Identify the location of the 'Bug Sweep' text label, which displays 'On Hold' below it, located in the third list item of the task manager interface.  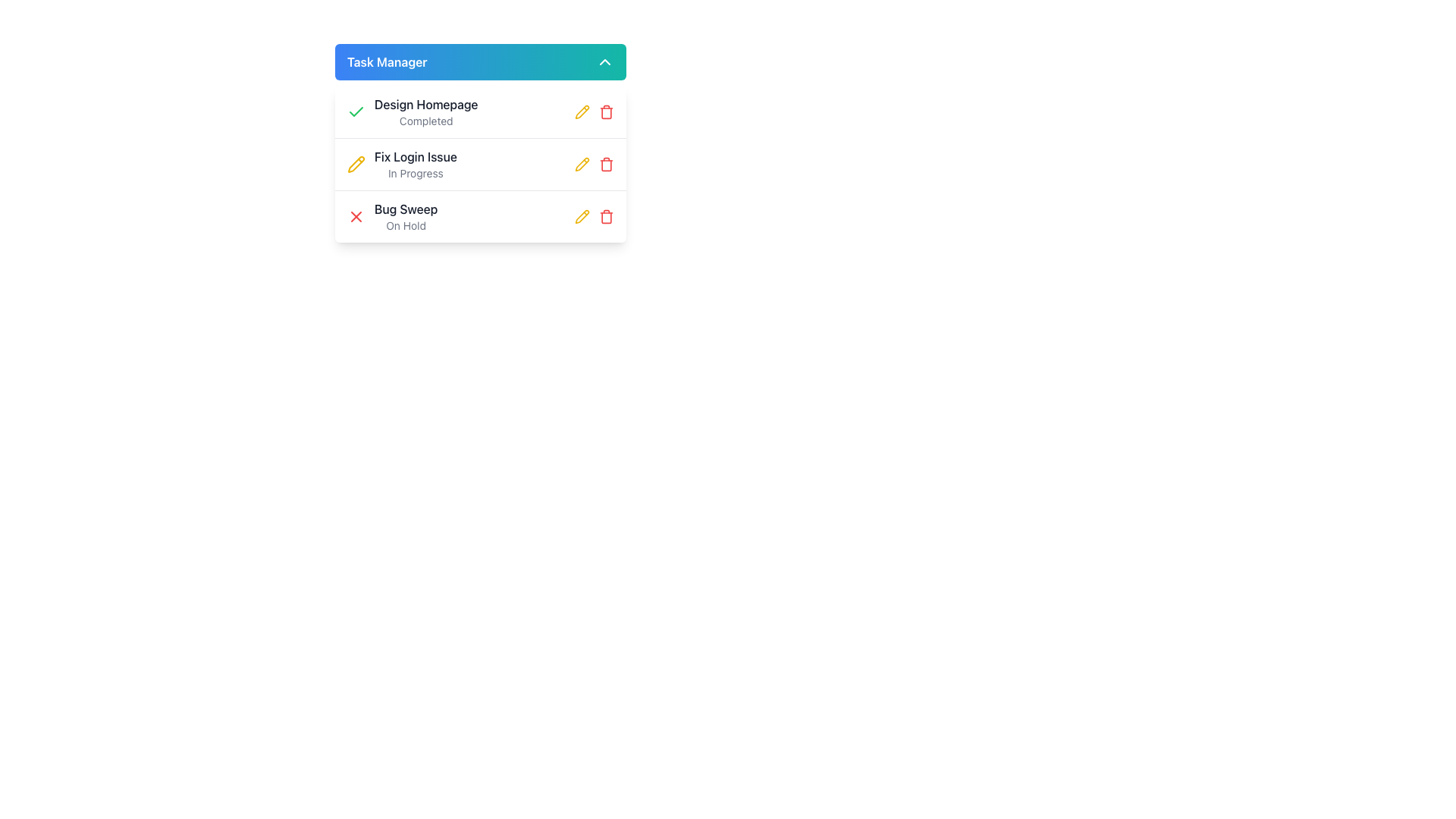
(406, 216).